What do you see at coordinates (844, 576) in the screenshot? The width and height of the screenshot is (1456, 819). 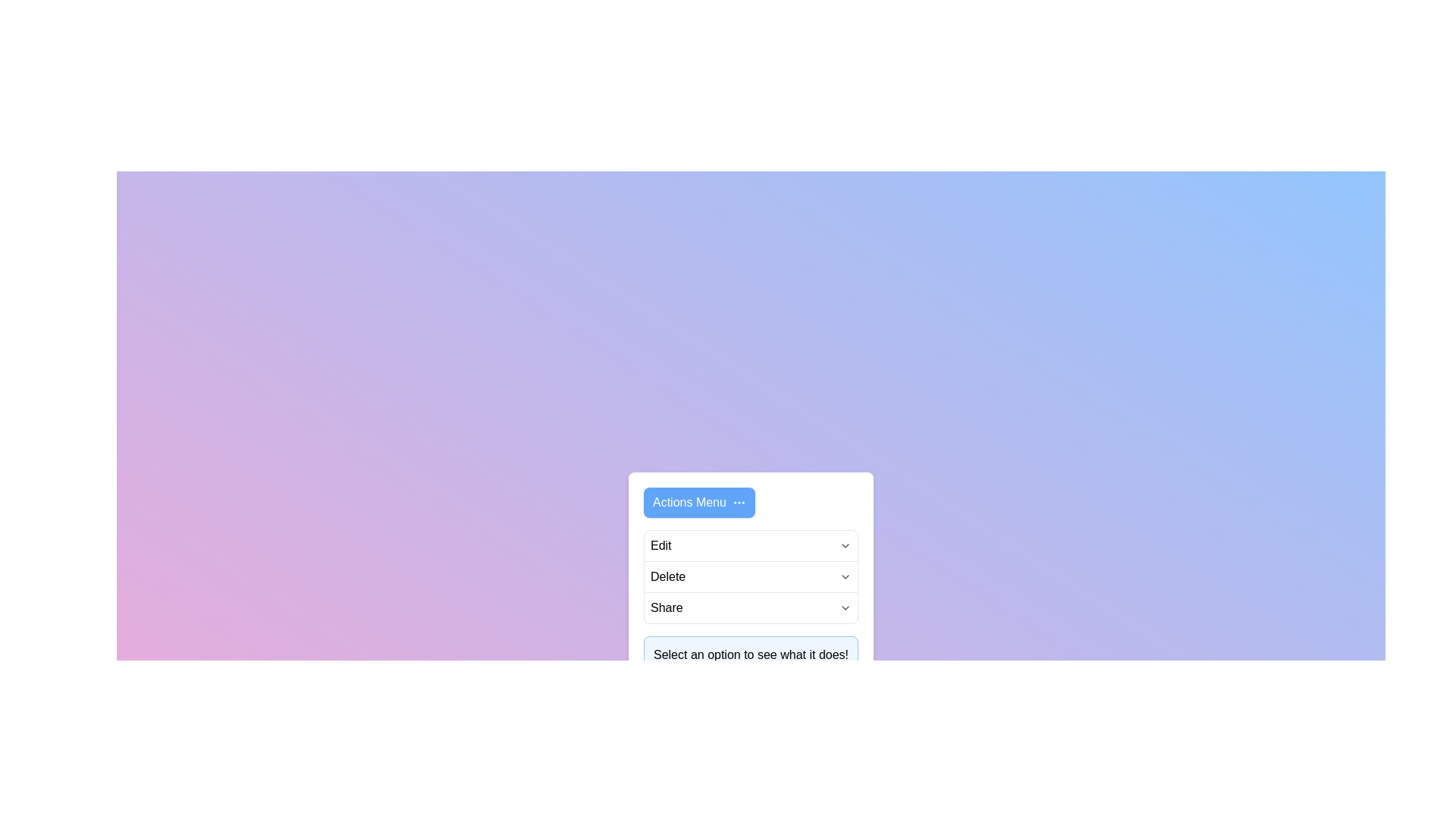 I see `the chevron icon corresponding to the Delete to toggle its dropdown` at bounding box center [844, 576].